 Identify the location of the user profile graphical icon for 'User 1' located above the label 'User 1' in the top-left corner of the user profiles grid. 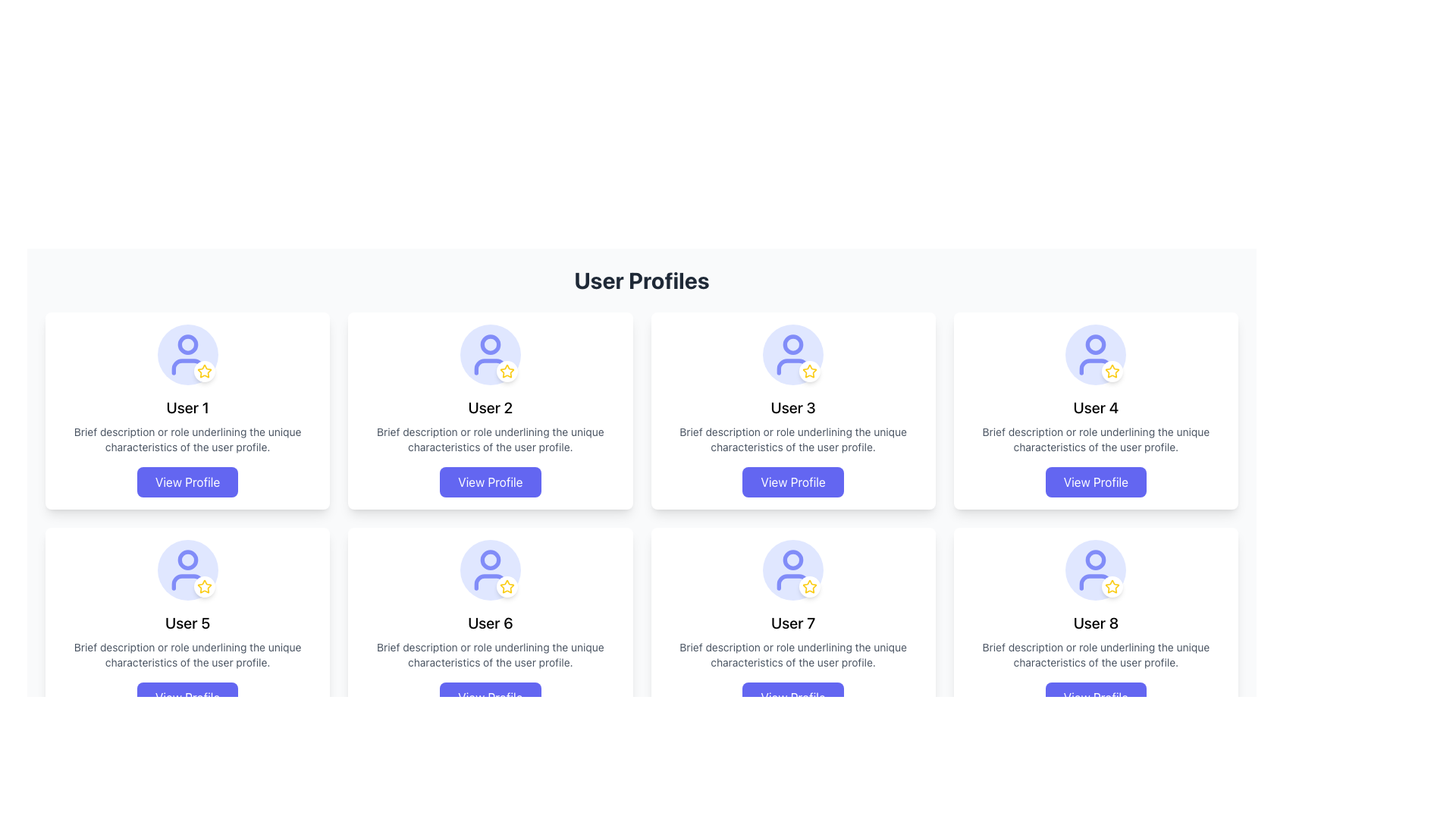
(187, 354).